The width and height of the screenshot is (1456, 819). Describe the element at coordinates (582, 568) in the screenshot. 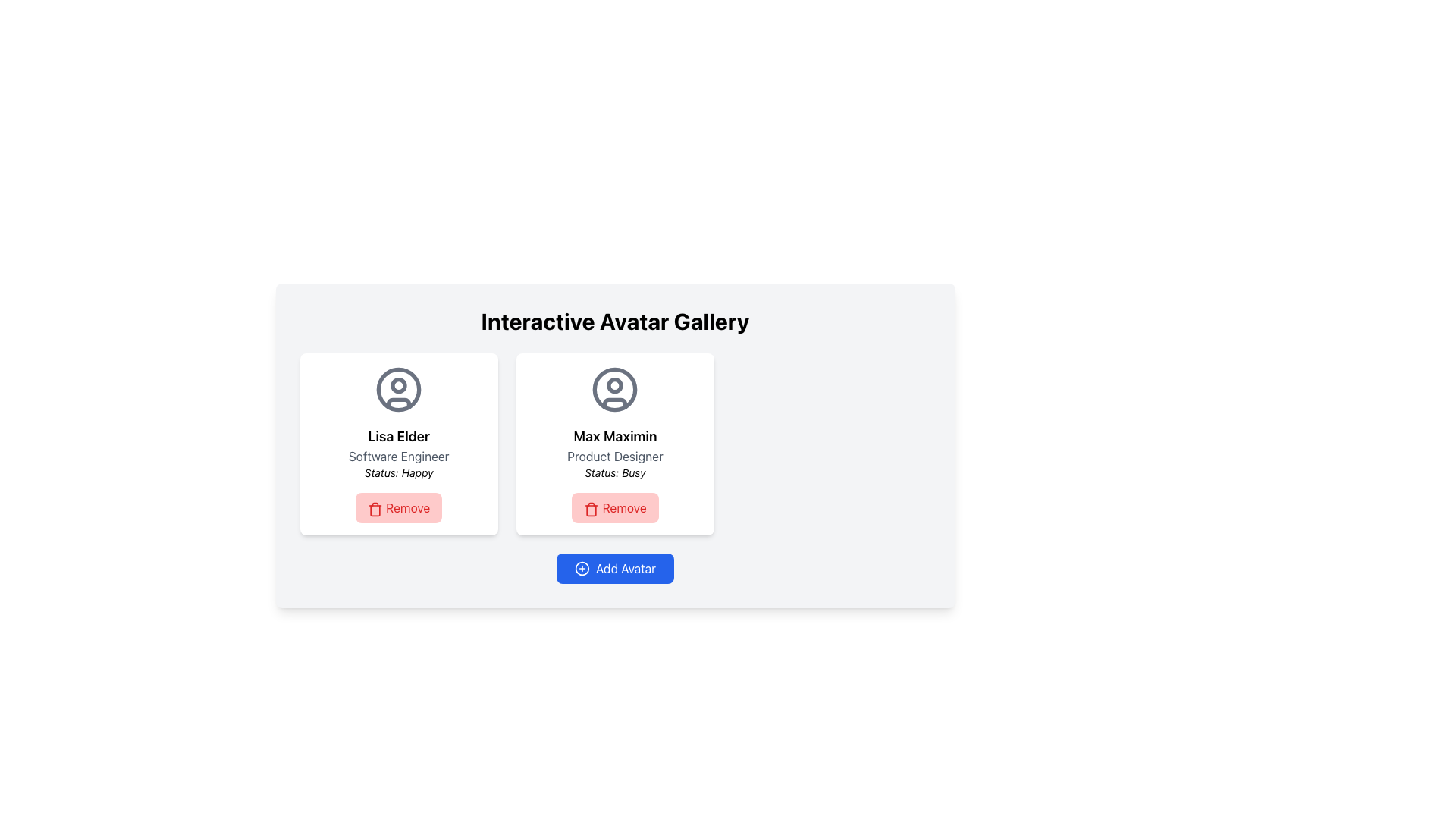

I see `the circular icon with a plus sign located inside the 'Add Avatar' button at the bottom-right of the interface` at that location.